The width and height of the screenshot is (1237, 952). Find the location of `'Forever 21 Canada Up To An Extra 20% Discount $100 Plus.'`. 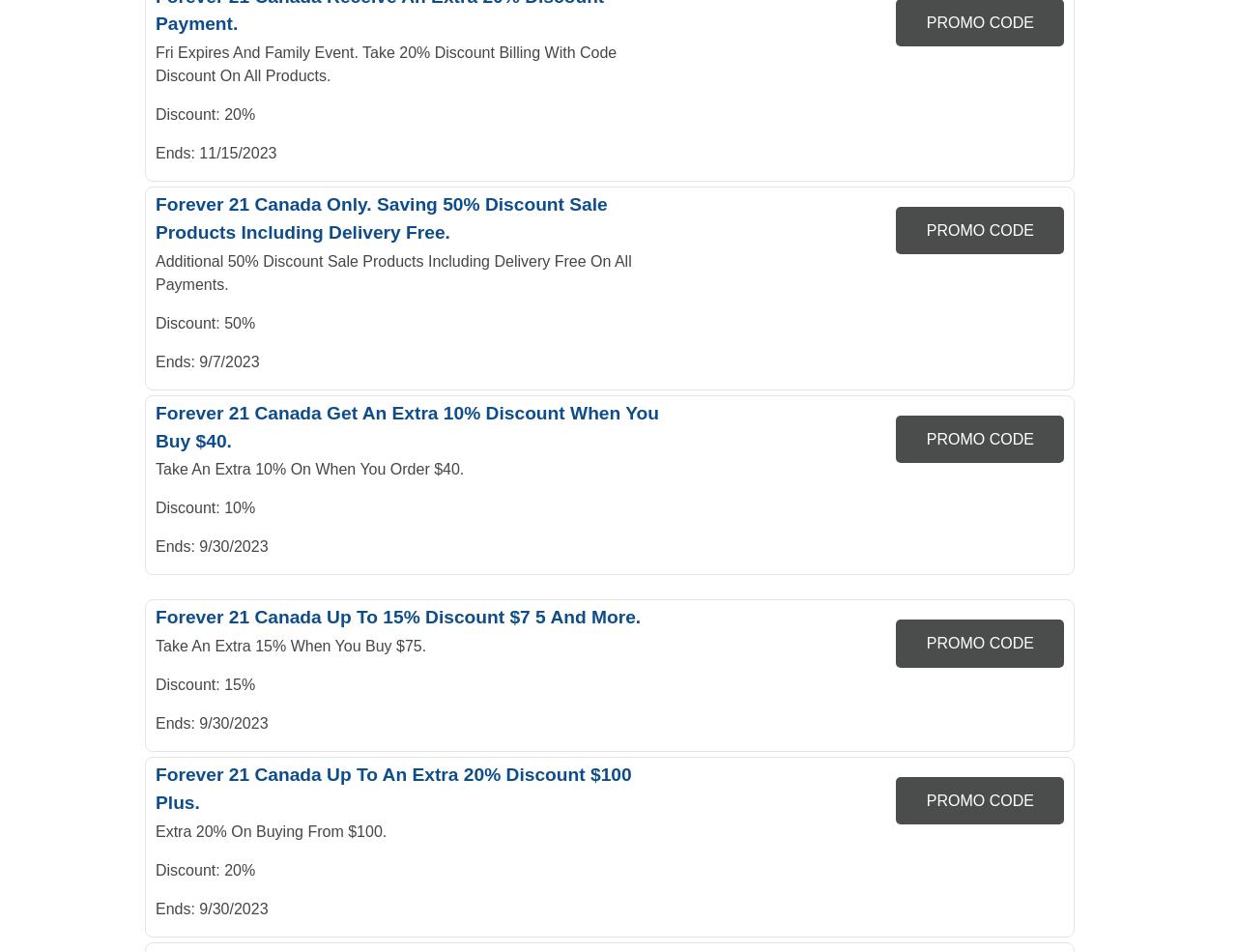

'Forever 21 Canada Up To An Extra 20% Discount $100 Plus.' is located at coordinates (392, 787).